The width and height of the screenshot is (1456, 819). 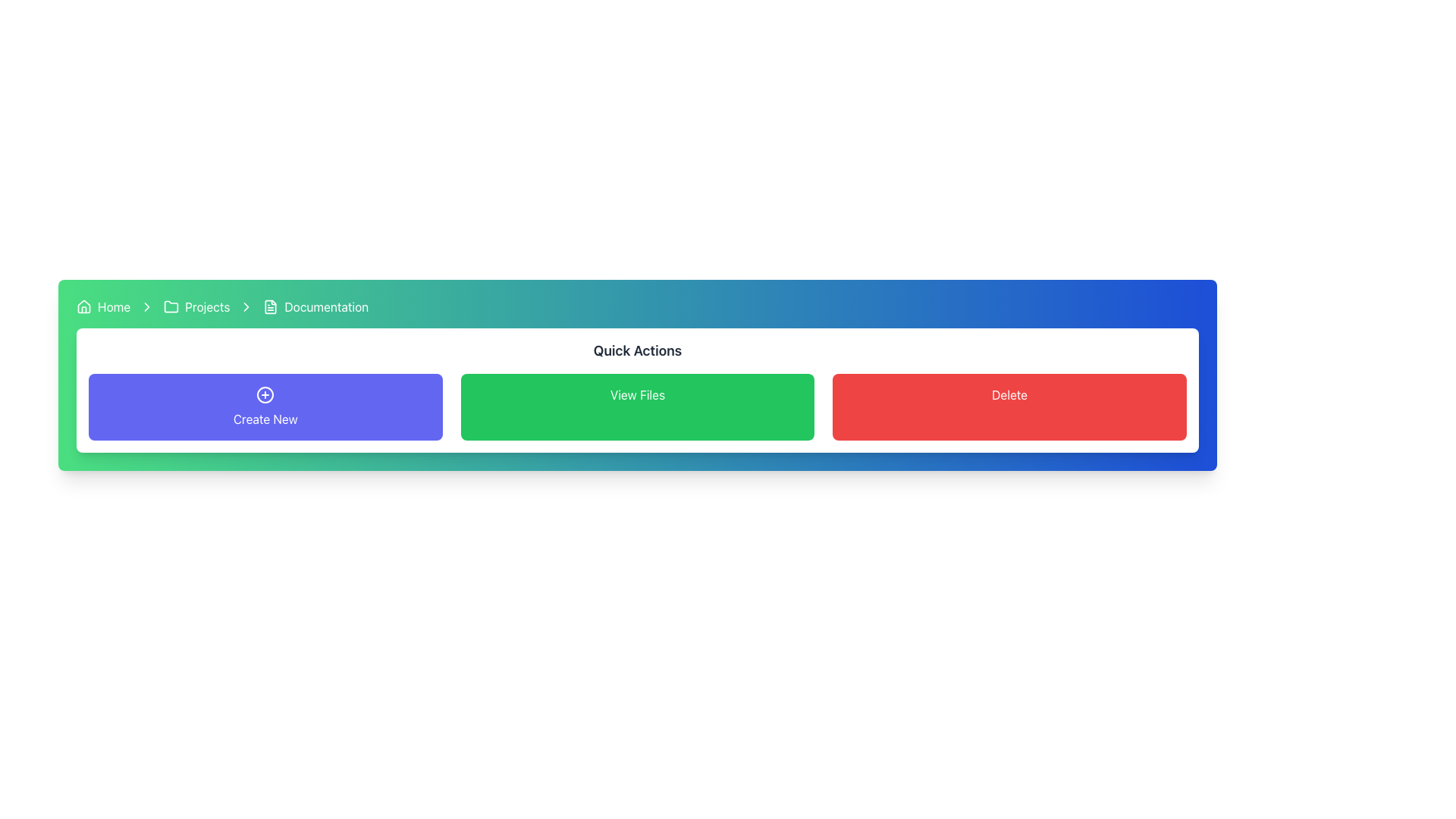 What do you see at coordinates (265, 394) in the screenshot?
I see `the circular 'Create New' icon` at bounding box center [265, 394].